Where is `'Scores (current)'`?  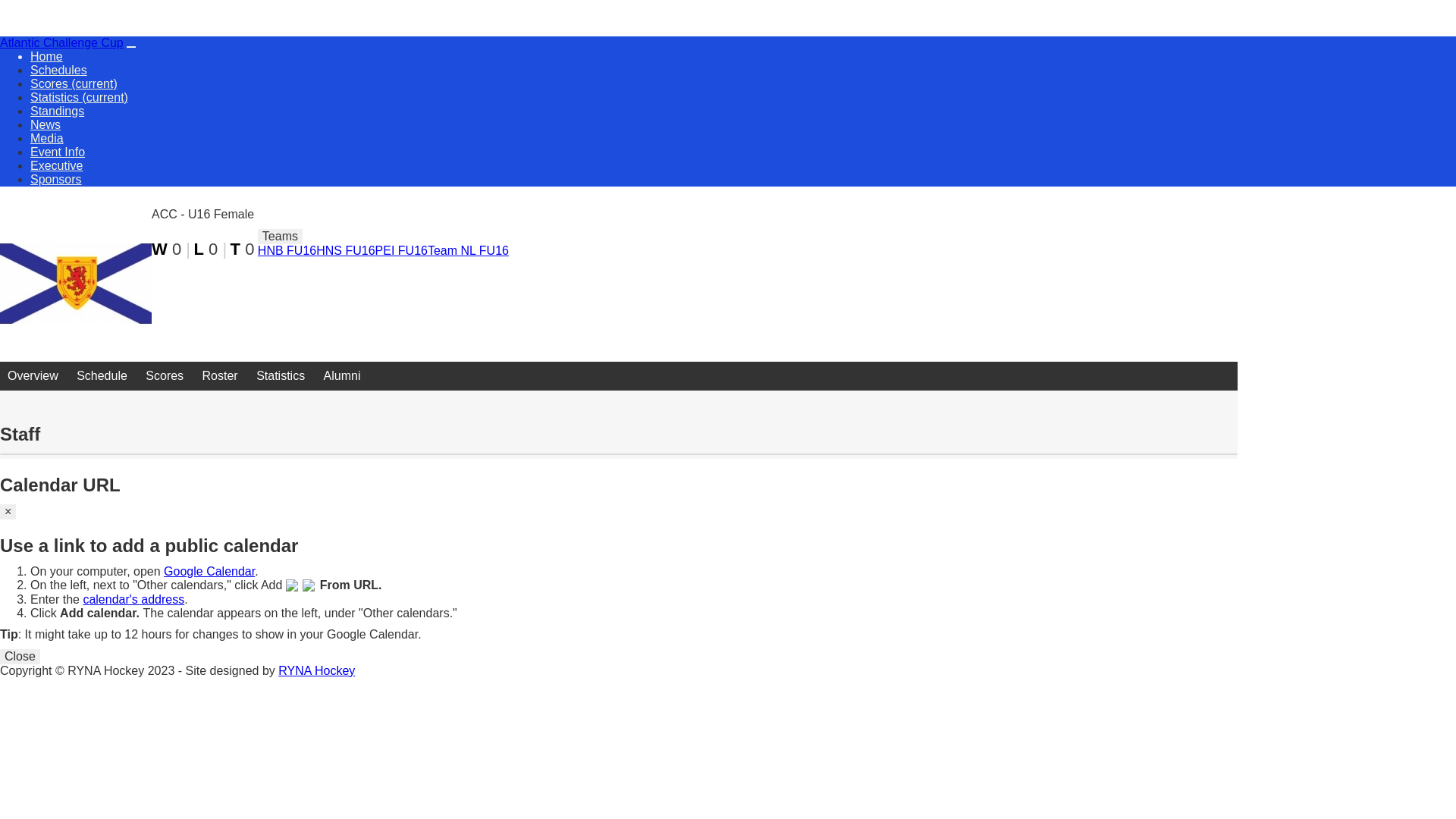
'Scores (current)' is located at coordinates (73, 83).